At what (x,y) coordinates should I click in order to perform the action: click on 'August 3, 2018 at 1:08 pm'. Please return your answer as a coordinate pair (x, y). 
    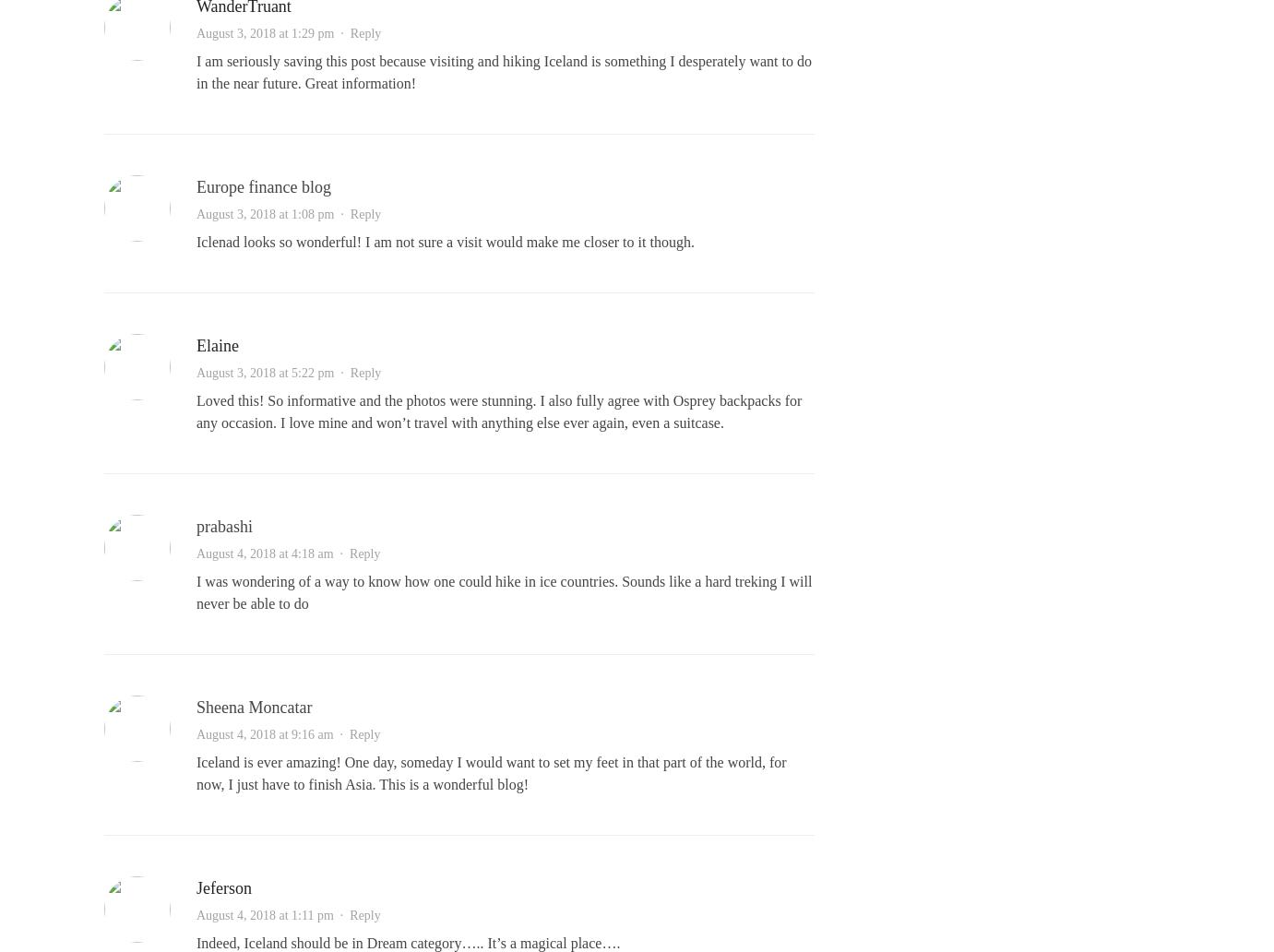
    Looking at the image, I should click on (265, 213).